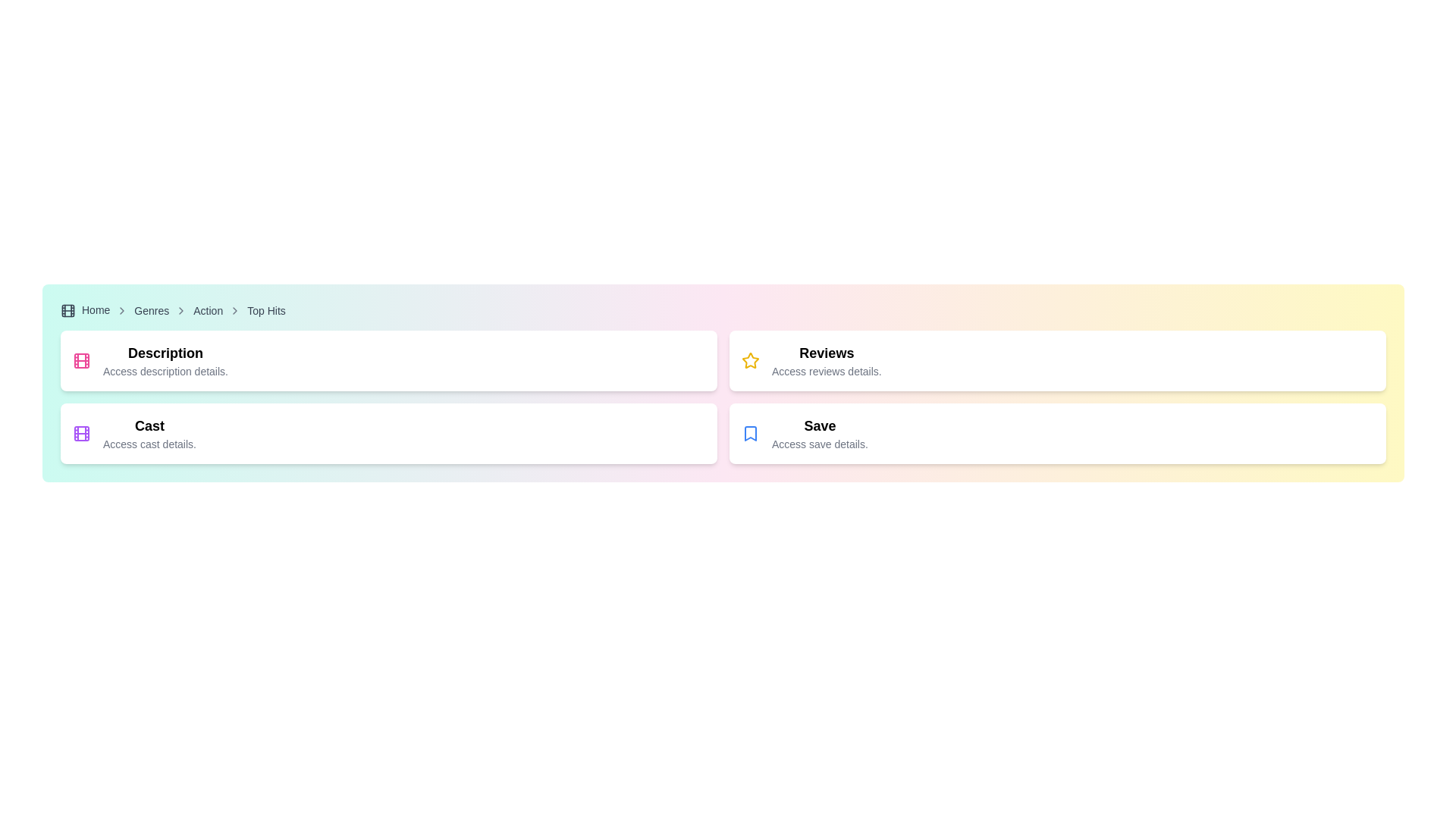  Describe the element at coordinates (81, 360) in the screenshot. I see `the SVG rectangle graphic with rounded corners located in the top left section of the interface, which is above a descriptive text label` at that location.